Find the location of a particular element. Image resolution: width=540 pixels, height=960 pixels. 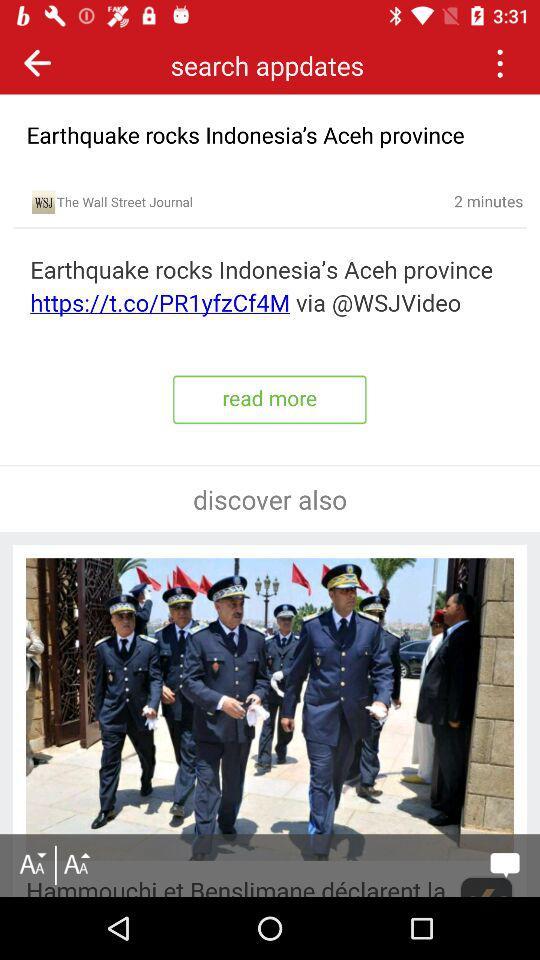

back face is located at coordinates (37, 62).